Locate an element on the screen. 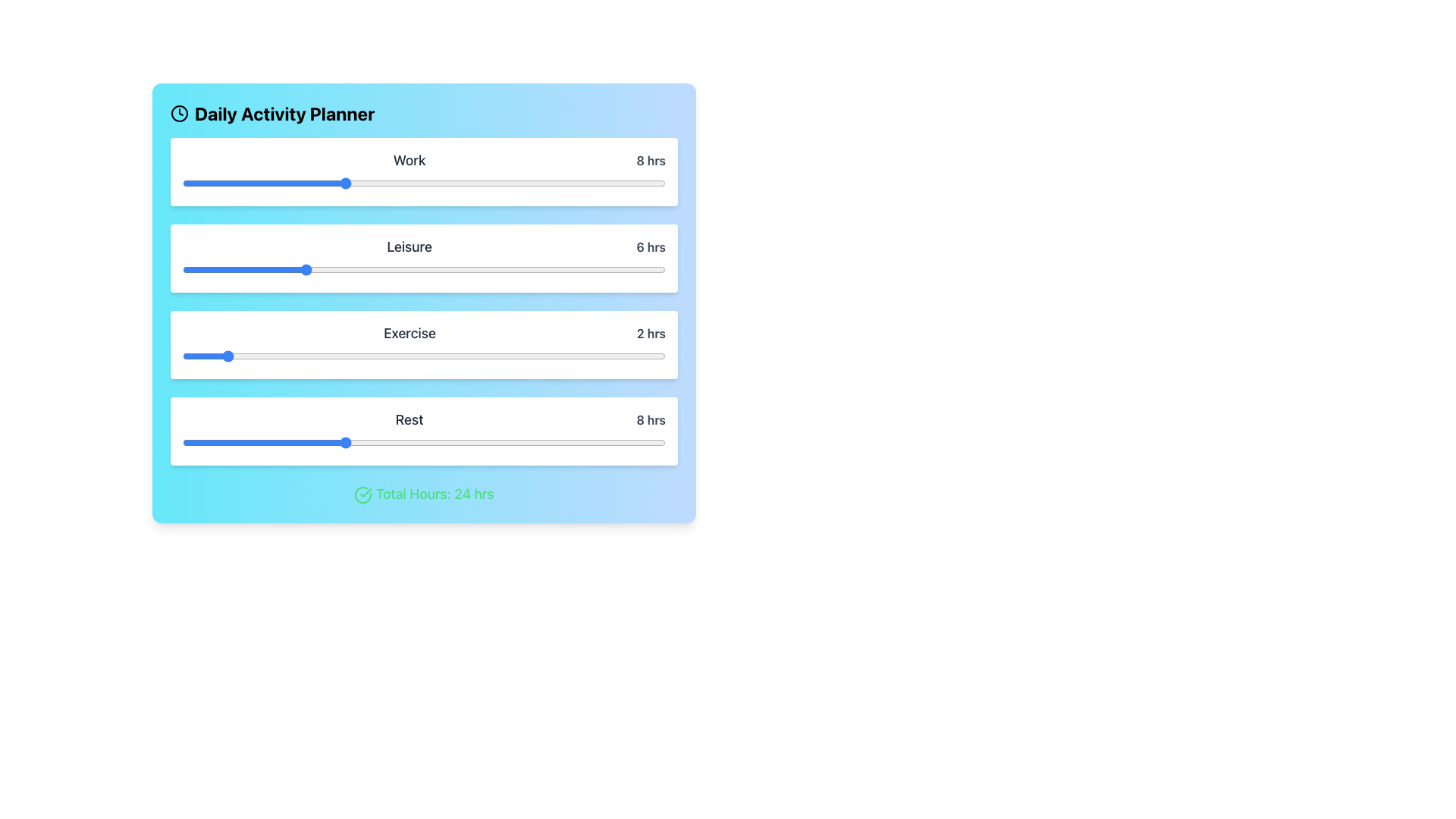 The image size is (1456, 819). the outer boundary of the clock icon in the 'Daily Activity Planner' interface, which is represented by a vector graphic element is located at coordinates (179, 113).